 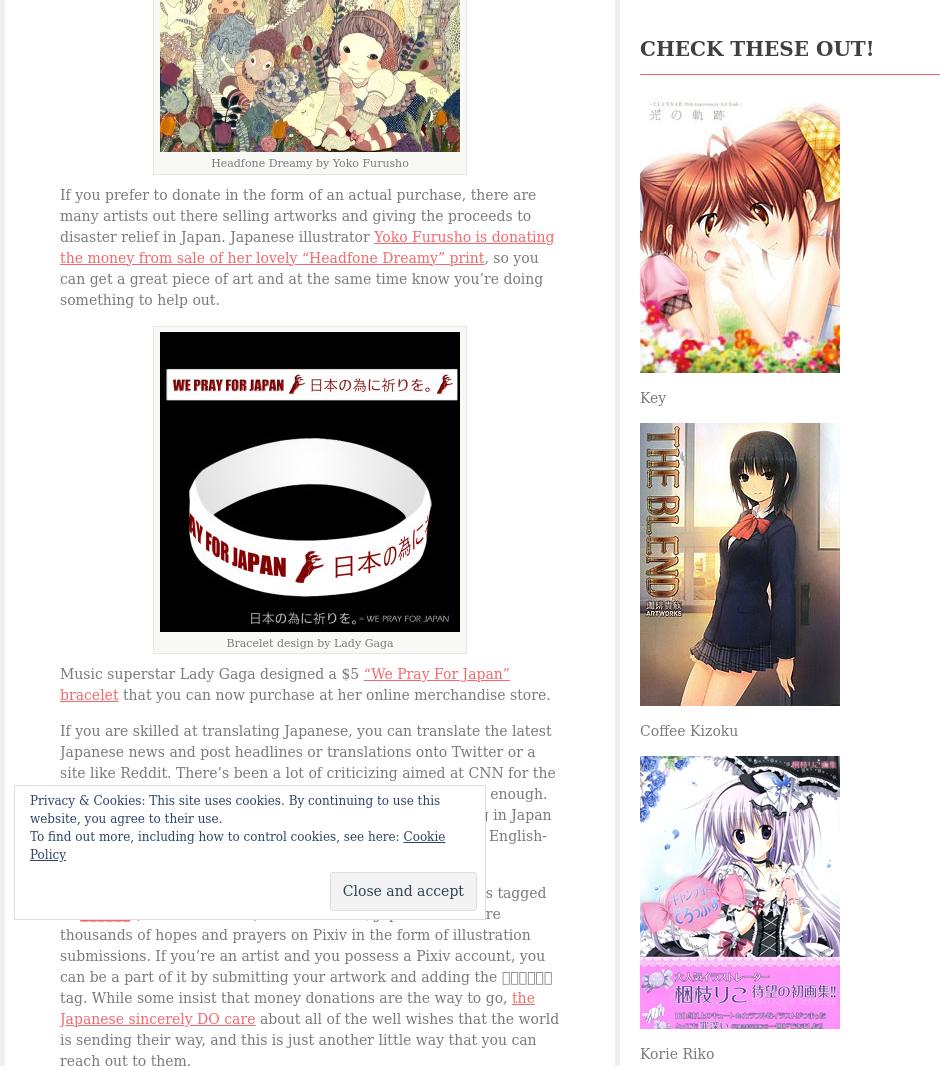 What do you see at coordinates (237, 845) in the screenshot?
I see `'Cookie Policy'` at bounding box center [237, 845].